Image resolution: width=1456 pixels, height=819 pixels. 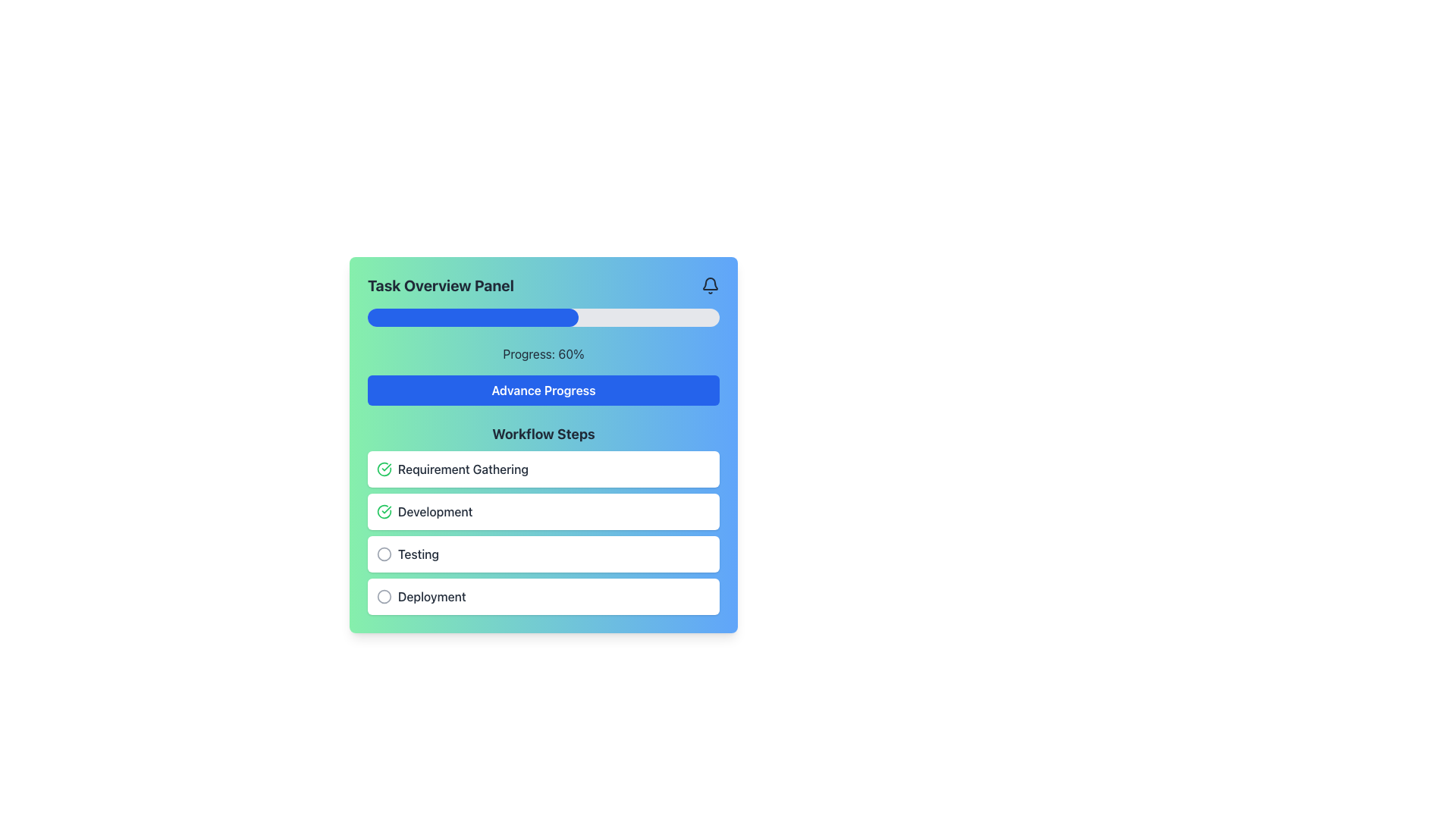 I want to click on the status of the second item in the 'Workflow Steps' section, which is the progress step indicator for 'Development' with a green checkmark icon, so click(x=543, y=512).